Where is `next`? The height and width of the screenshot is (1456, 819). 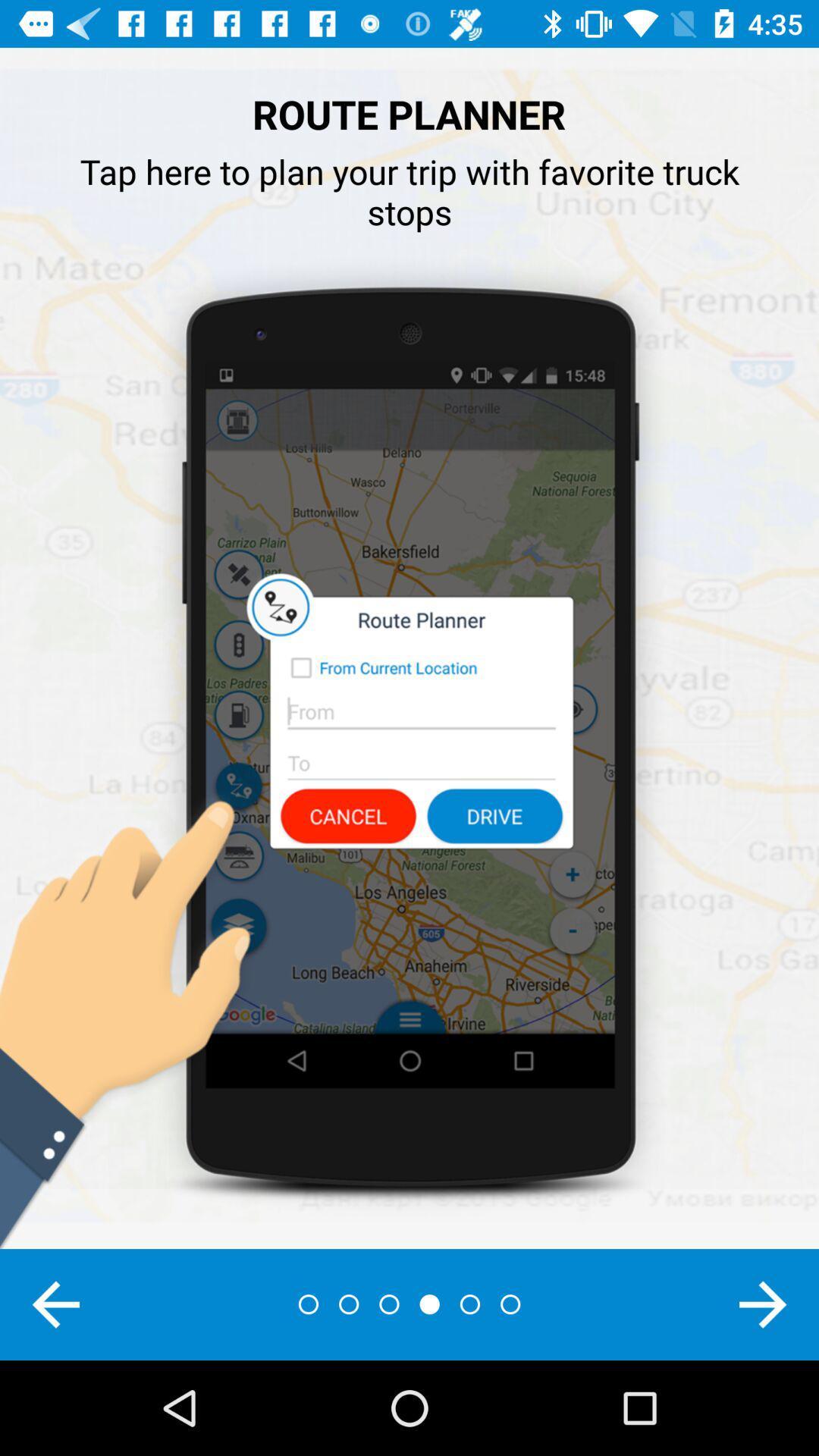 next is located at coordinates (763, 1304).